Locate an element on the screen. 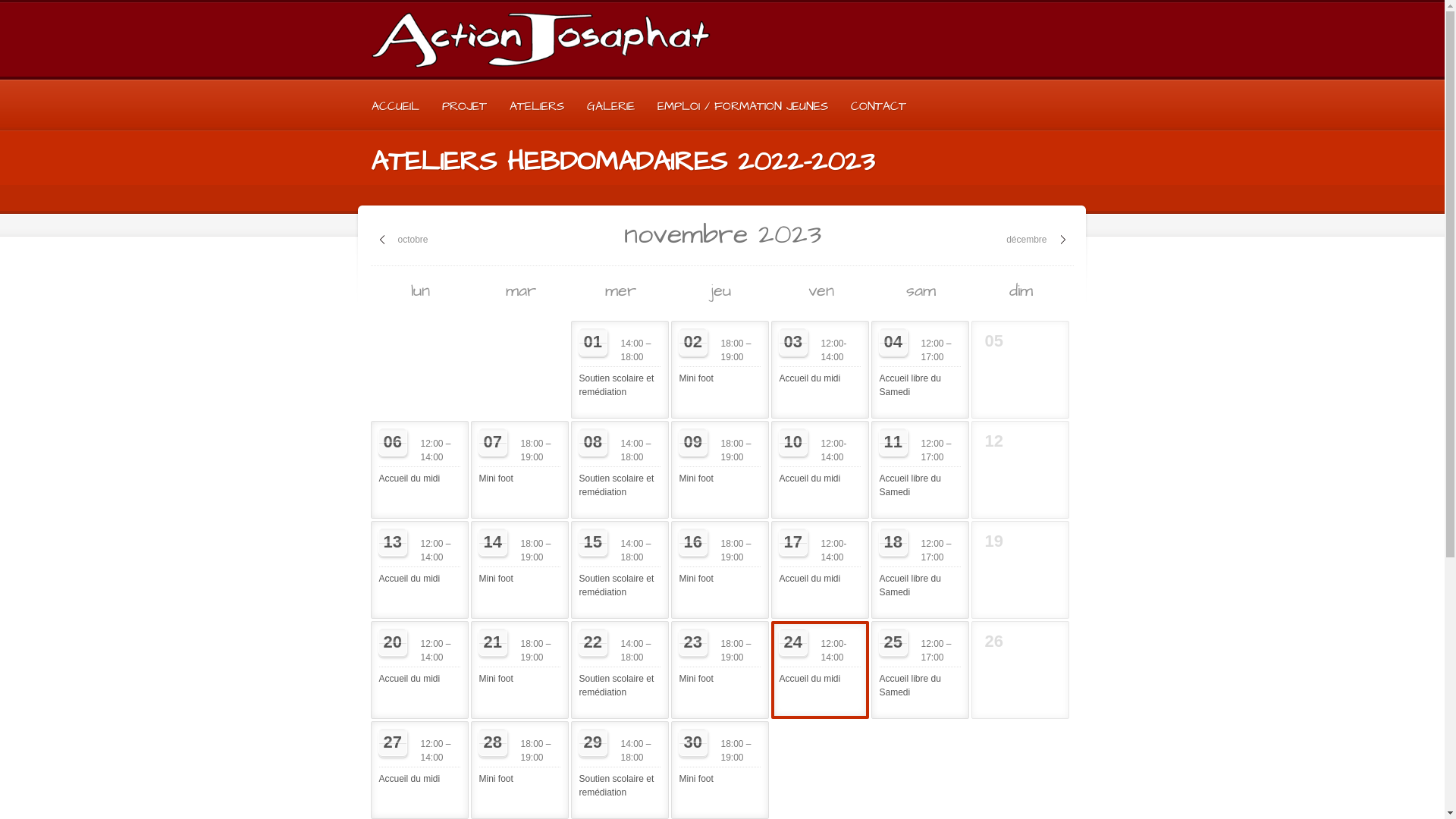 The width and height of the screenshot is (1456, 819). 'ACCUEIL' is located at coordinates (394, 105).